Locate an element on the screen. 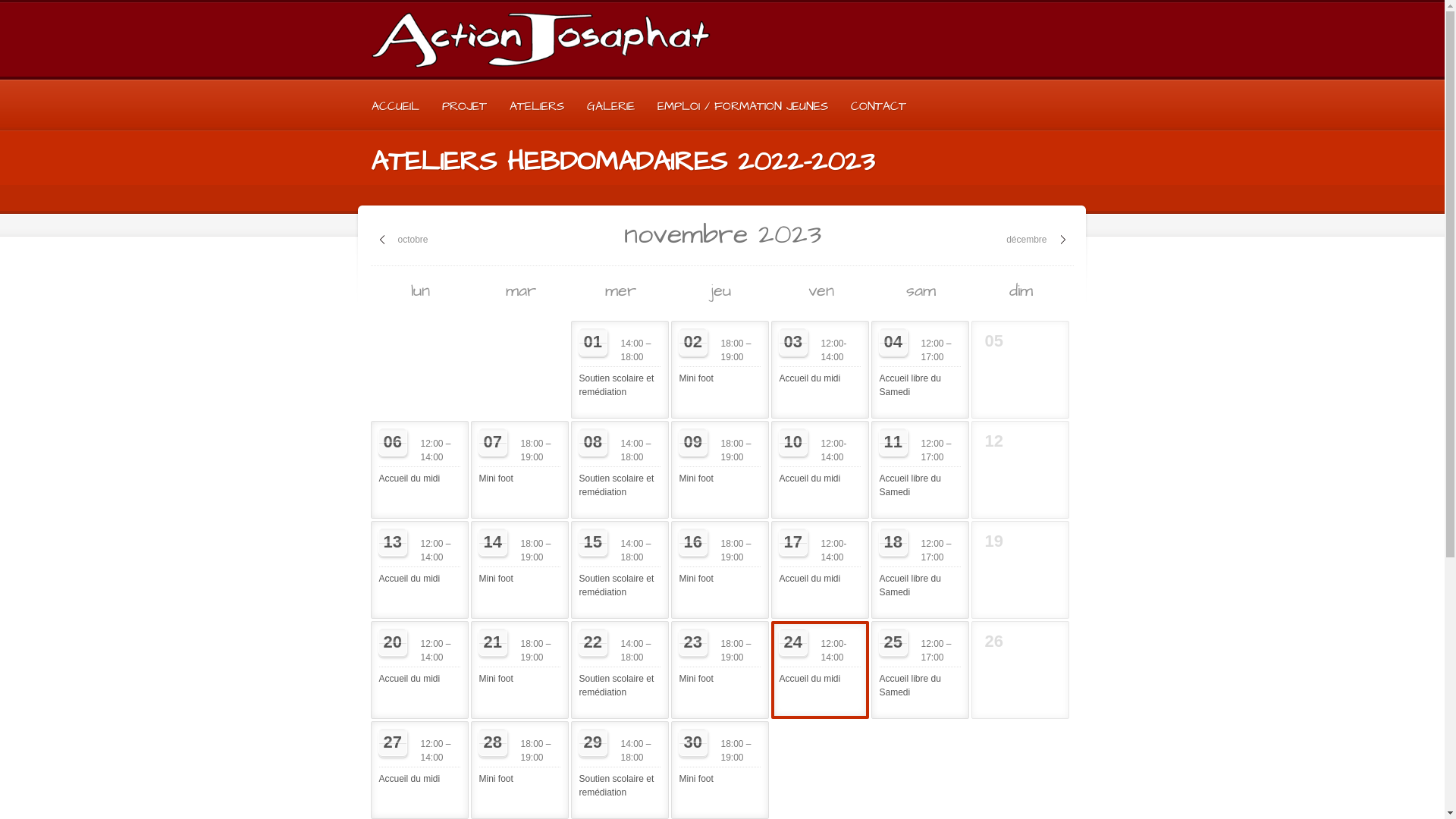 The width and height of the screenshot is (1456, 819). 'ACCUEIL' is located at coordinates (394, 105).